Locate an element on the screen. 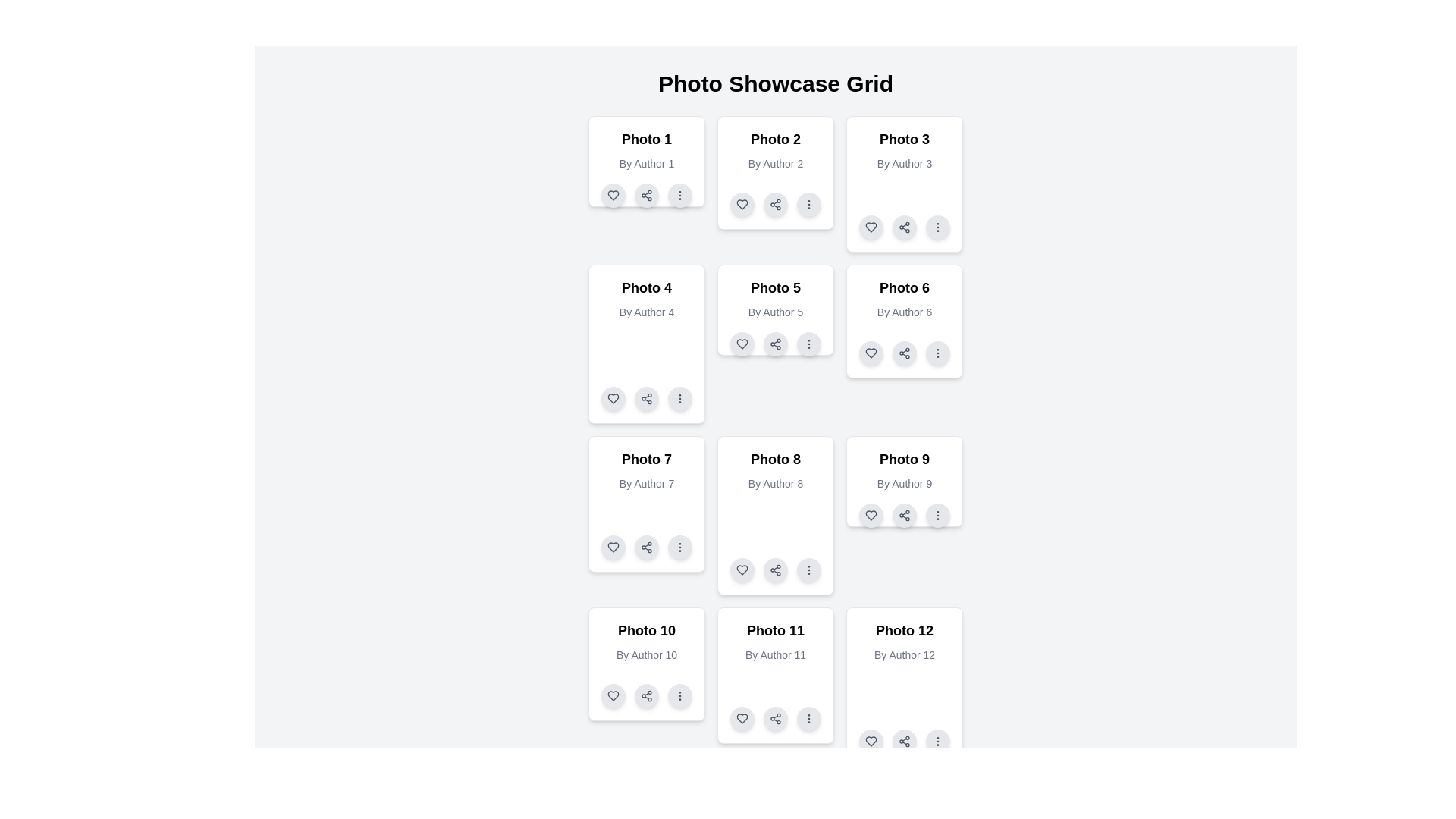 Image resolution: width=1456 pixels, height=819 pixels. the menu trigger button located in the bottom-right corner of the card labeled 'Photo 6 By Author 6' is located at coordinates (937, 353).